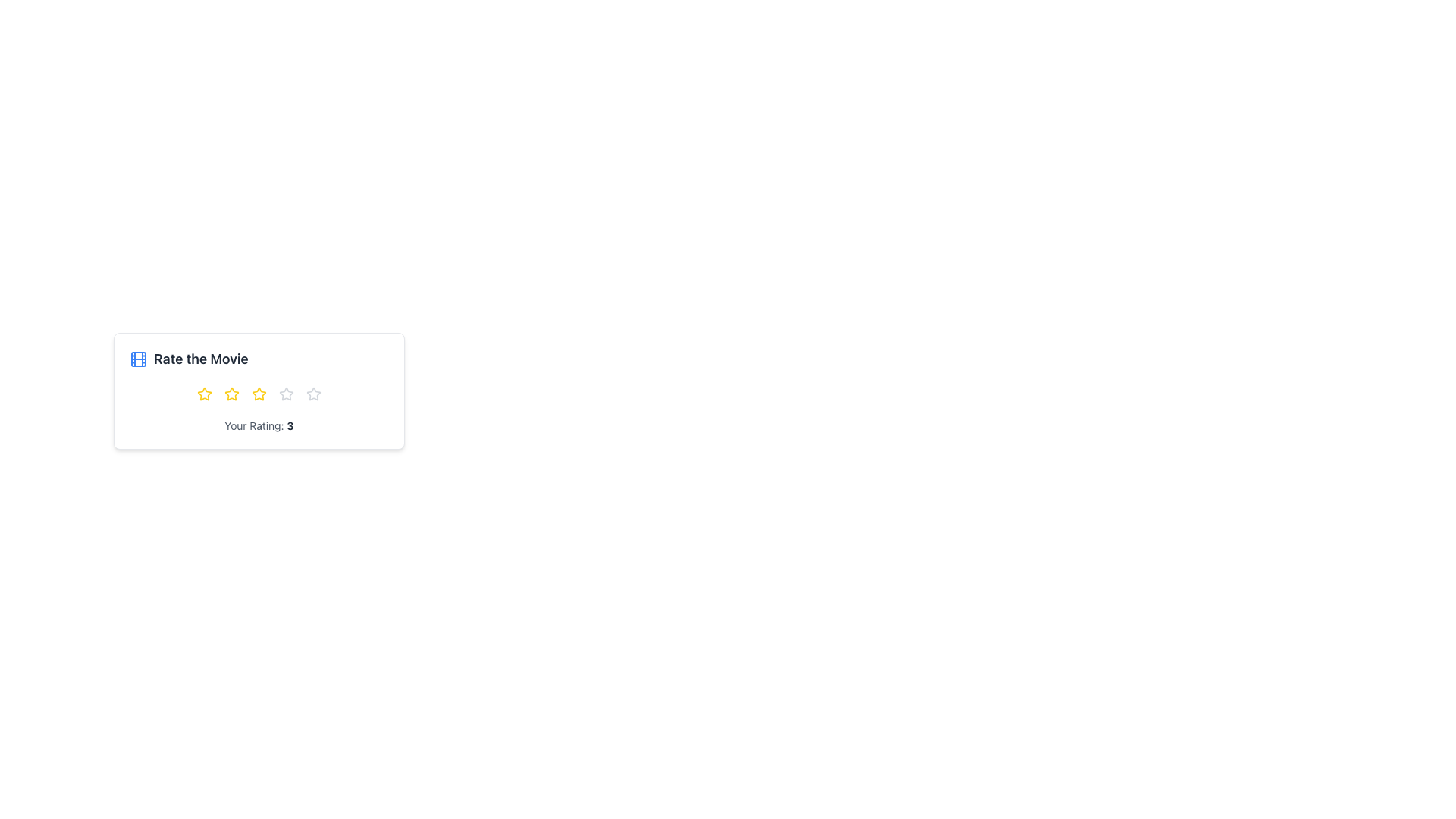  What do you see at coordinates (290, 425) in the screenshot?
I see `on the numeric text '3' which is displayed in bold, dark gray font and is part of the text 'Your Rating: 3'` at bounding box center [290, 425].